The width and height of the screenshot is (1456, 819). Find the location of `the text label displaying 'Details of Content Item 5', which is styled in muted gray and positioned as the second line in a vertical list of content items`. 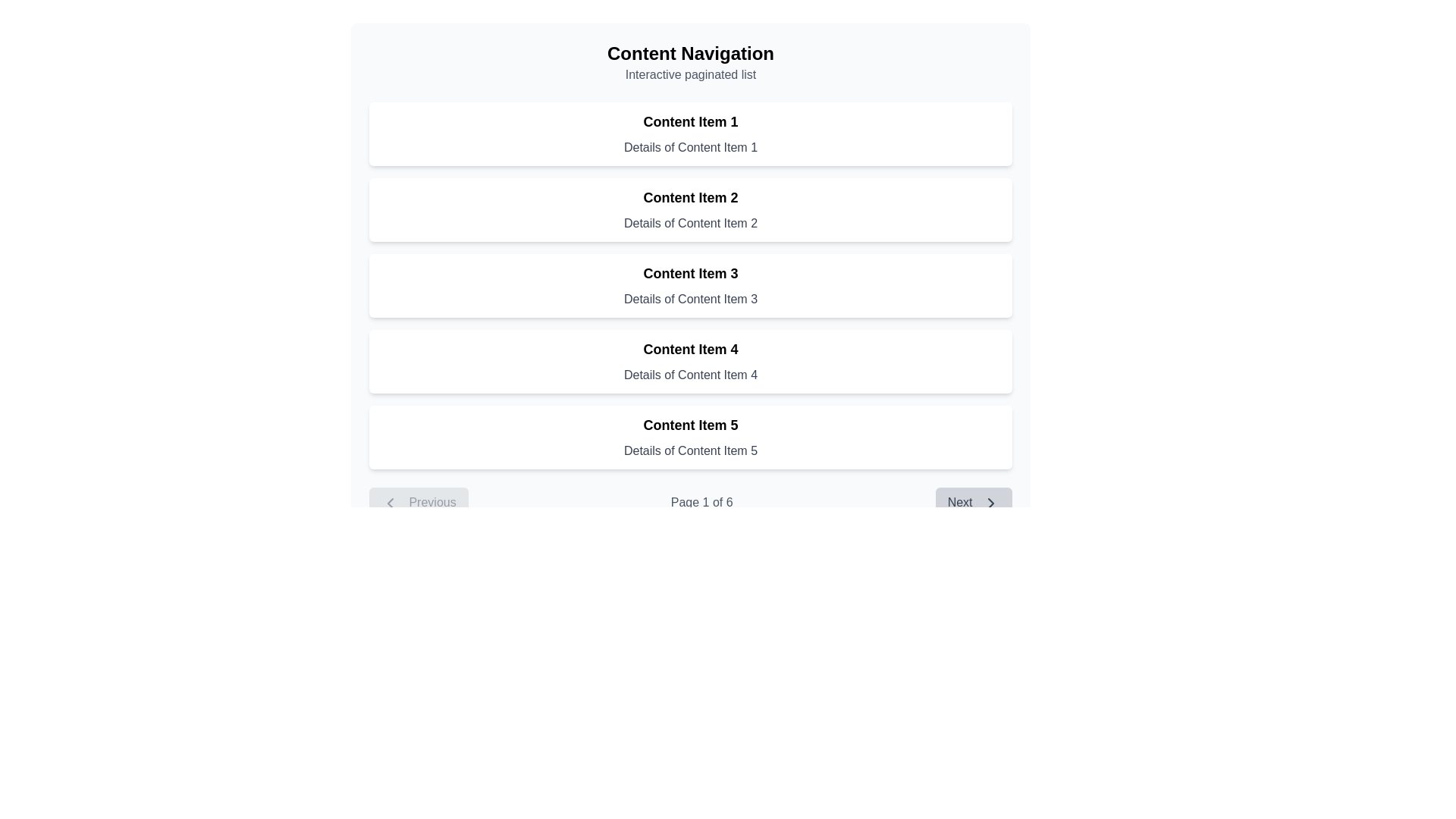

the text label displaying 'Details of Content Item 5', which is styled in muted gray and positioned as the second line in a vertical list of content items is located at coordinates (690, 450).